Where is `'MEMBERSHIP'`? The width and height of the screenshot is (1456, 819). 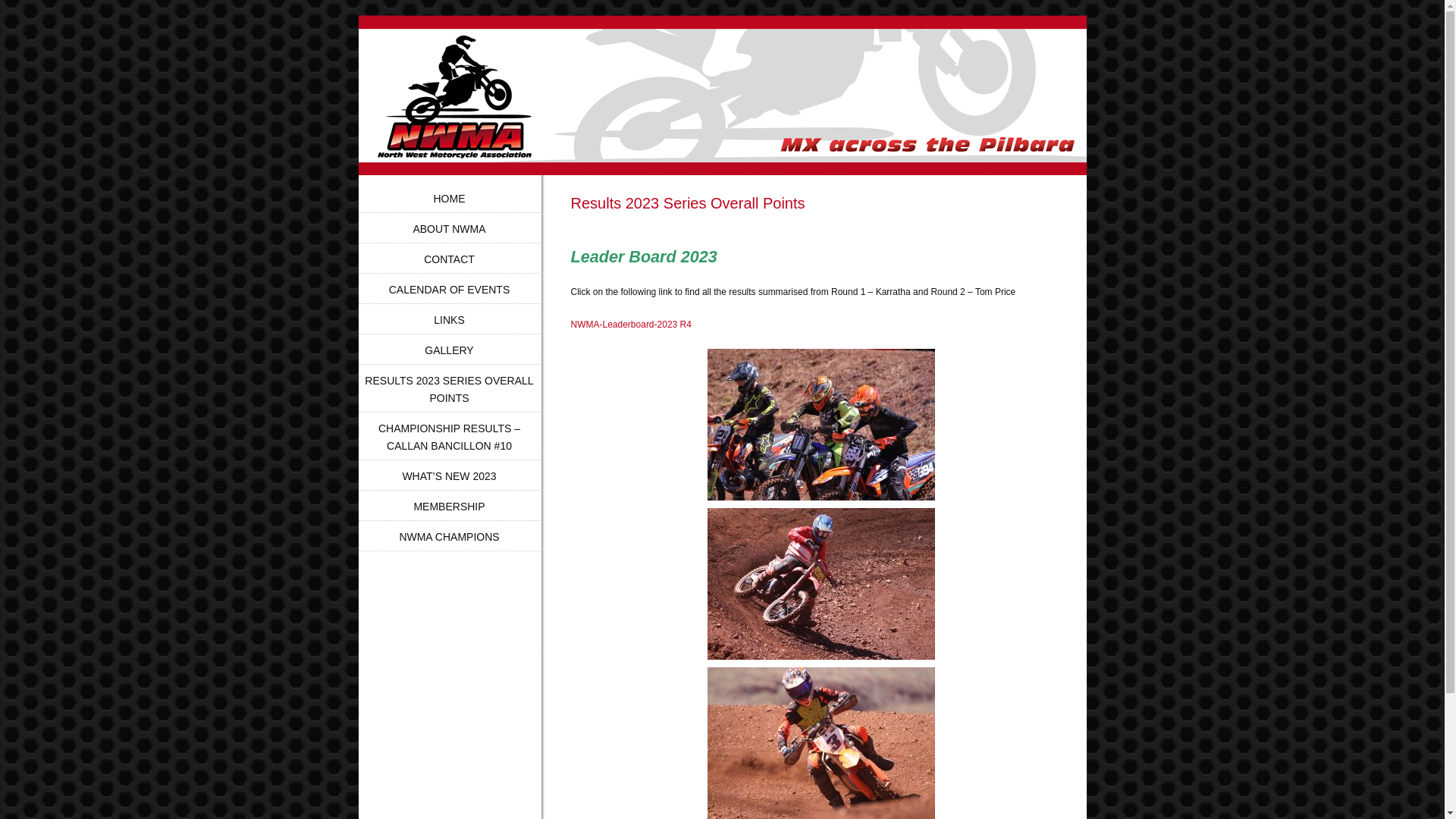
'MEMBERSHIP' is located at coordinates (447, 506).